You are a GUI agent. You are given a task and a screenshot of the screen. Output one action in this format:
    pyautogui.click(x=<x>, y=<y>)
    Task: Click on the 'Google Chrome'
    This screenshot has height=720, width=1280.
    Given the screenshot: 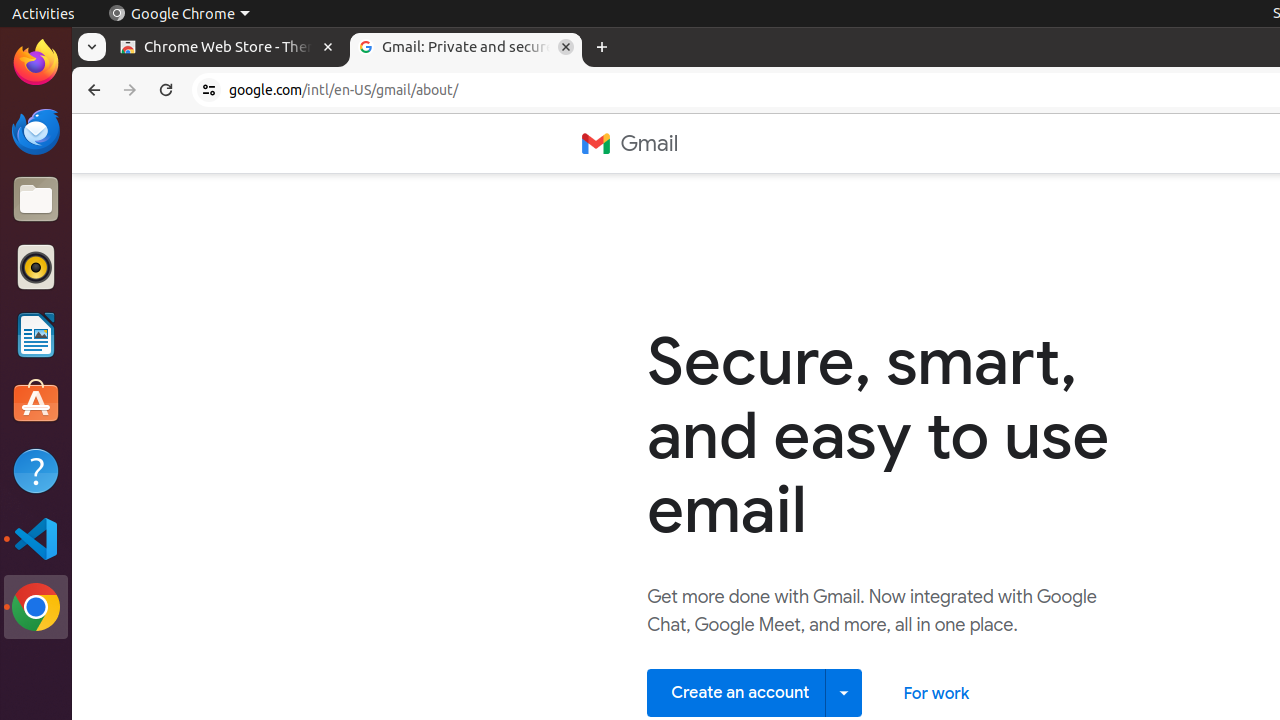 What is the action you would take?
    pyautogui.click(x=178, y=13)
    